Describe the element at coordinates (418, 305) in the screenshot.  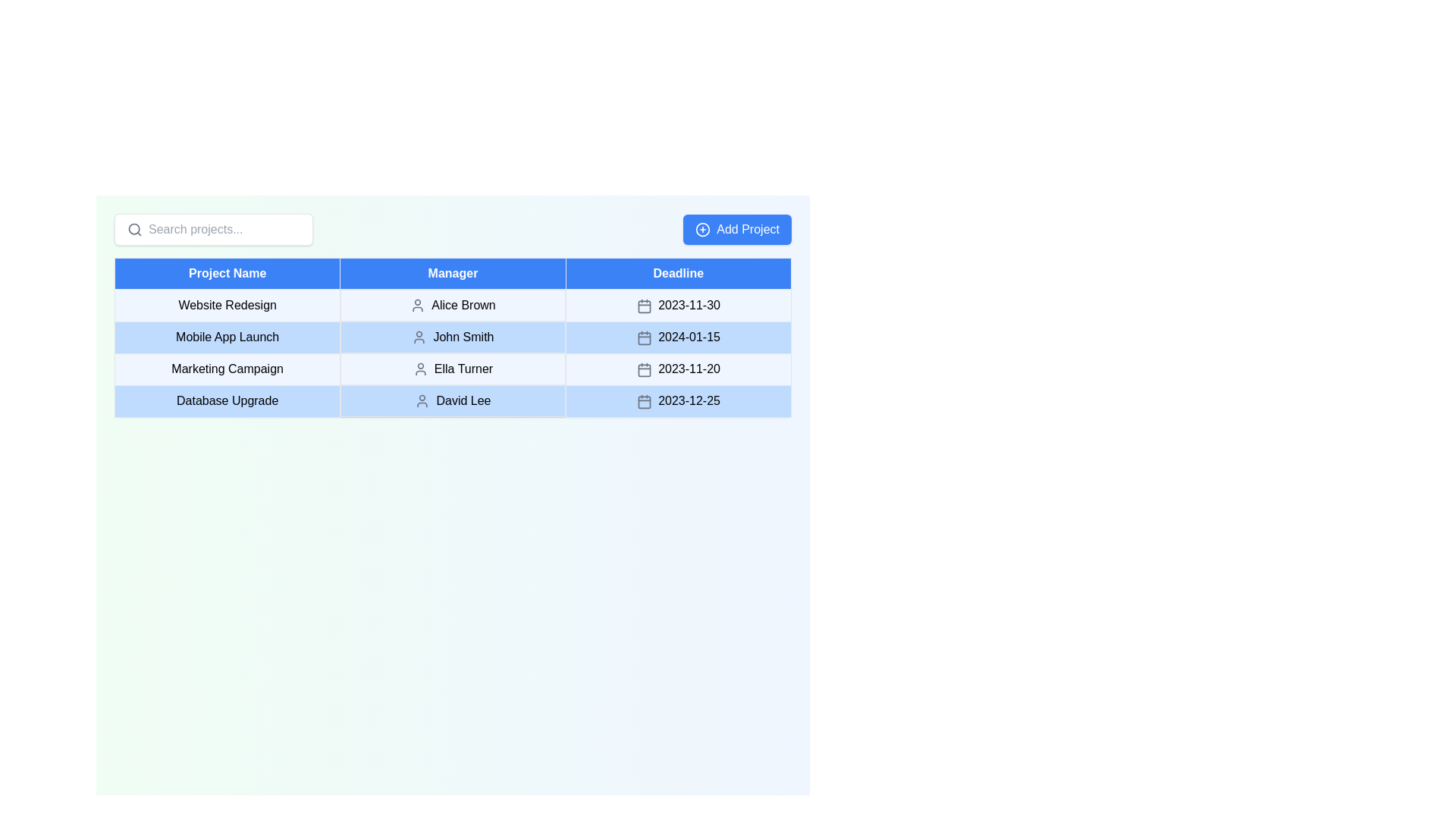
I see `the user icon representing 'Alice Brown' in the 'Manager' column of the data table for the 'Website Redesign' project` at that location.